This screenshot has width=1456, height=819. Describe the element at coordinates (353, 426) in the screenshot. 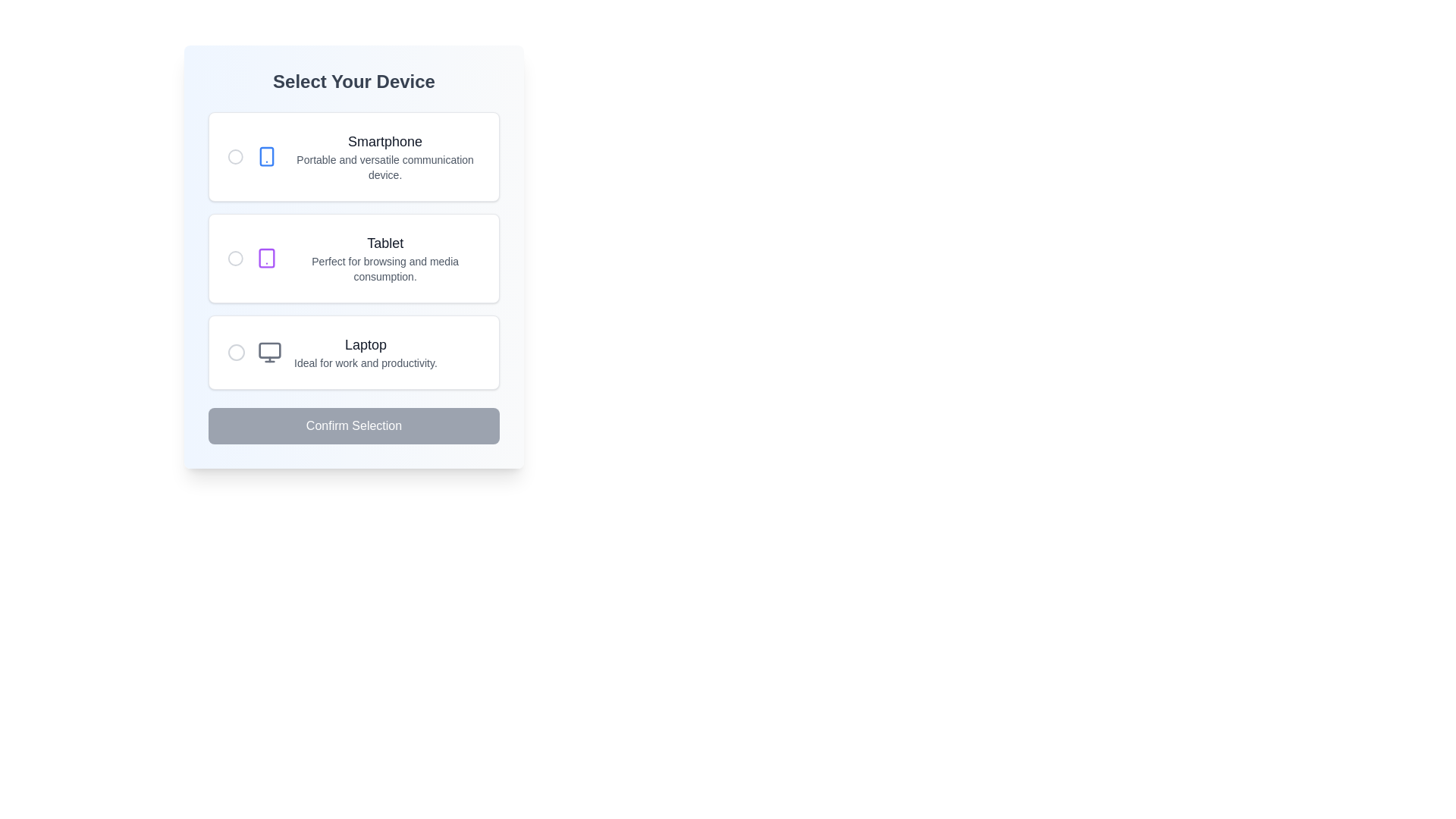

I see `the confirmation button located at the bottom of the device selection options to observe any hover effects` at that location.